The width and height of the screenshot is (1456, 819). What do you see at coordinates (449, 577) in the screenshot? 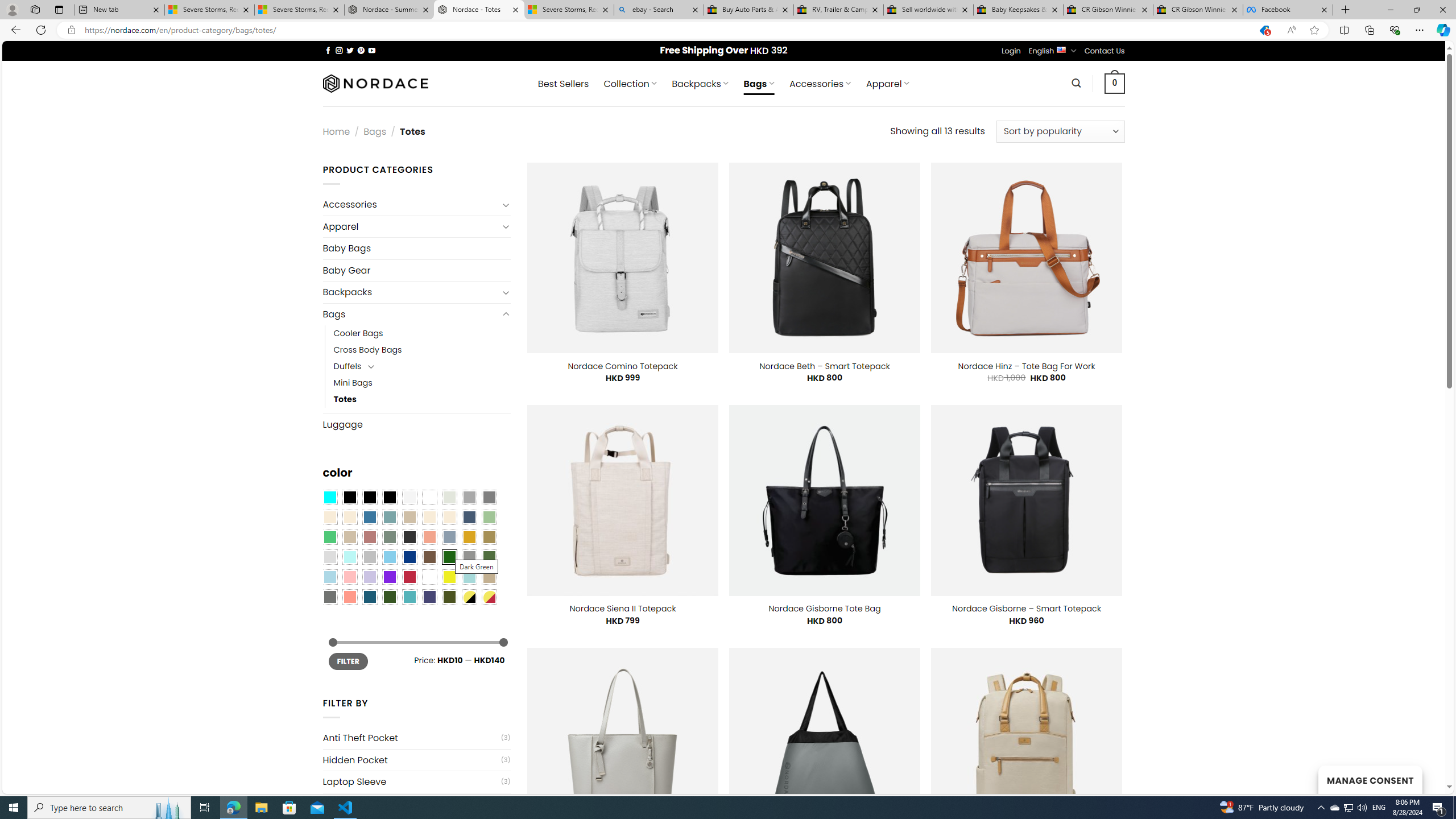
I see `'Yellow'` at bounding box center [449, 577].